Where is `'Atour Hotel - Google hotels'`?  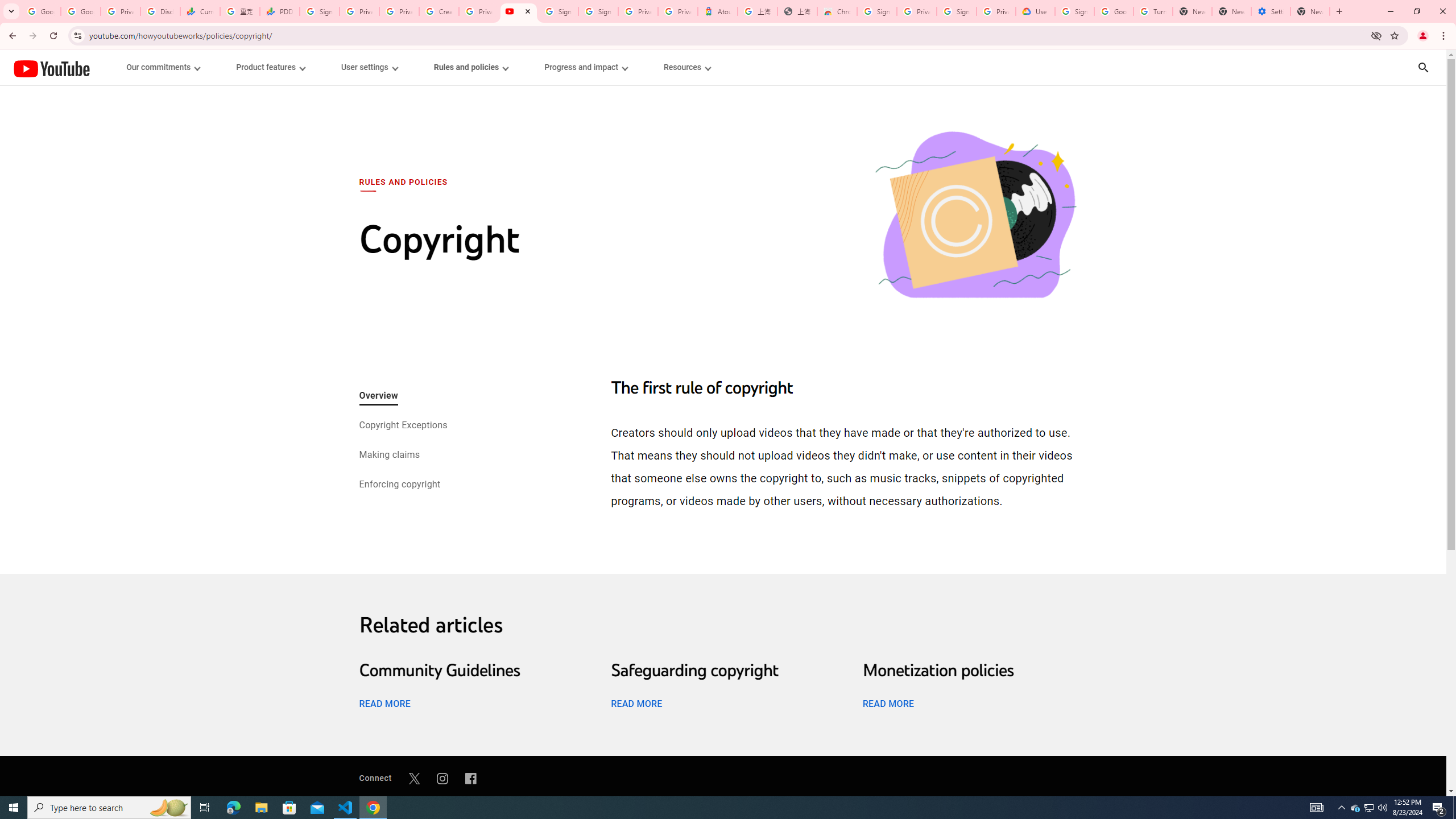
'Atour Hotel - Google hotels' is located at coordinates (717, 11).